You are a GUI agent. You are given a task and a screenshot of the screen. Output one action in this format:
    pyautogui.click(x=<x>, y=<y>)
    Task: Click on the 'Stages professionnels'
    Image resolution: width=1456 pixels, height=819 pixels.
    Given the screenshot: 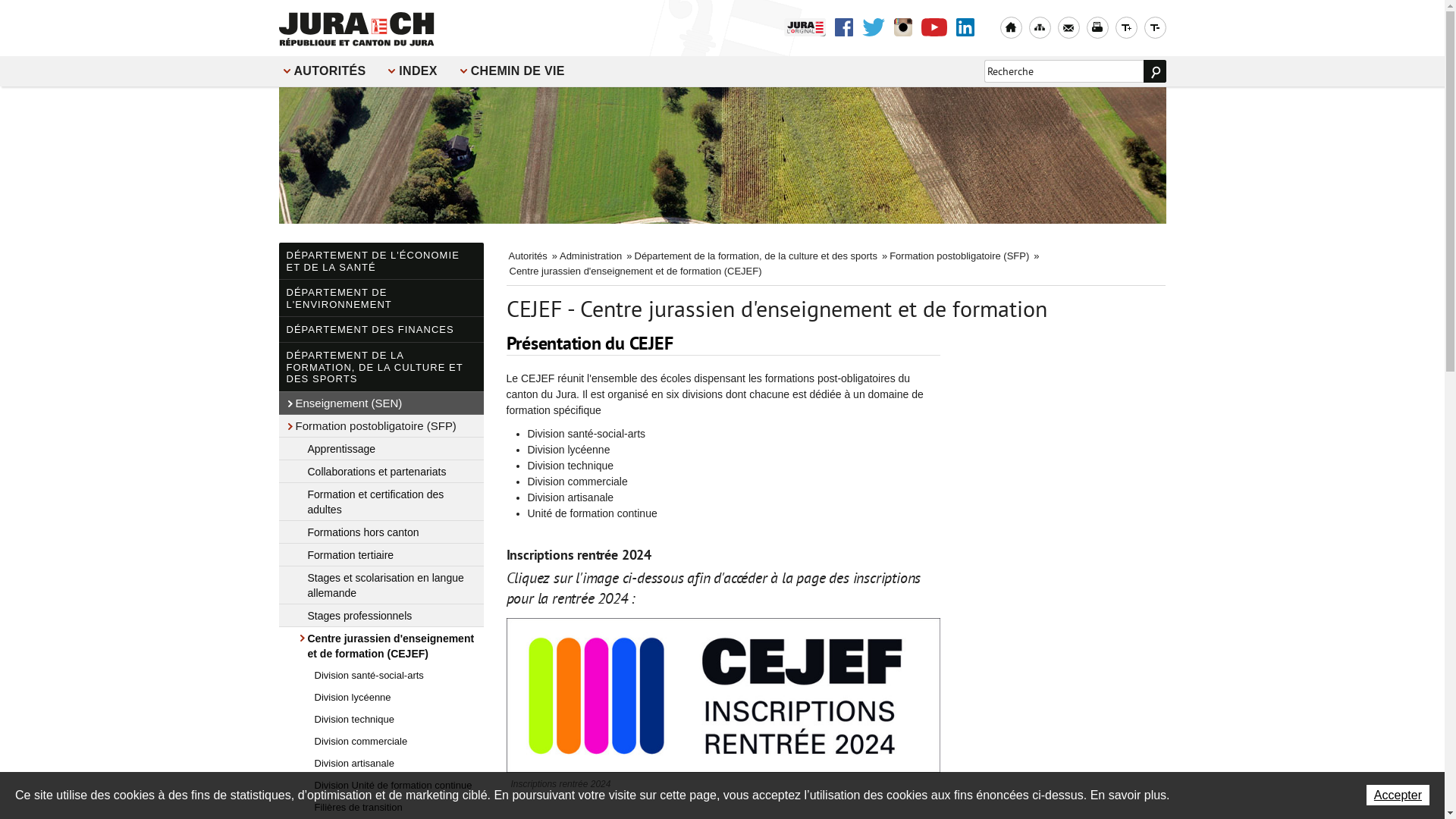 What is the action you would take?
    pyautogui.click(x=381, y=615)
    